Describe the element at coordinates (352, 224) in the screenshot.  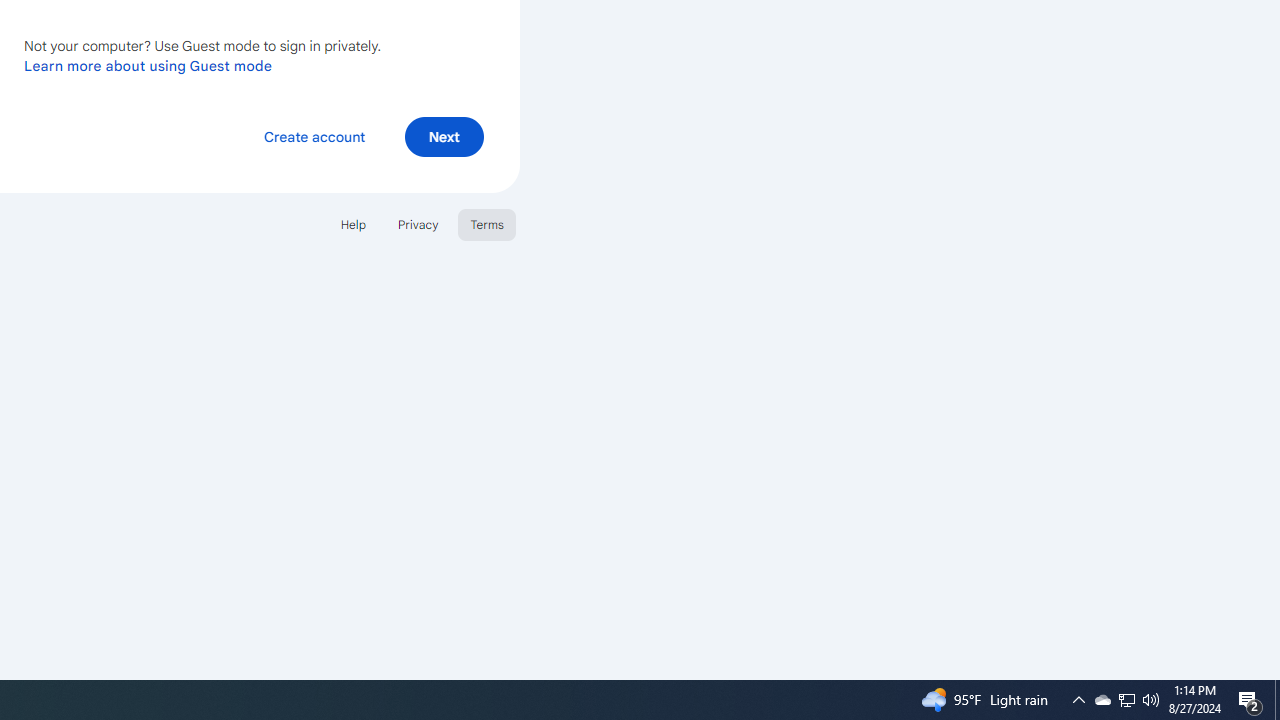
I see `'Help'` at that location.